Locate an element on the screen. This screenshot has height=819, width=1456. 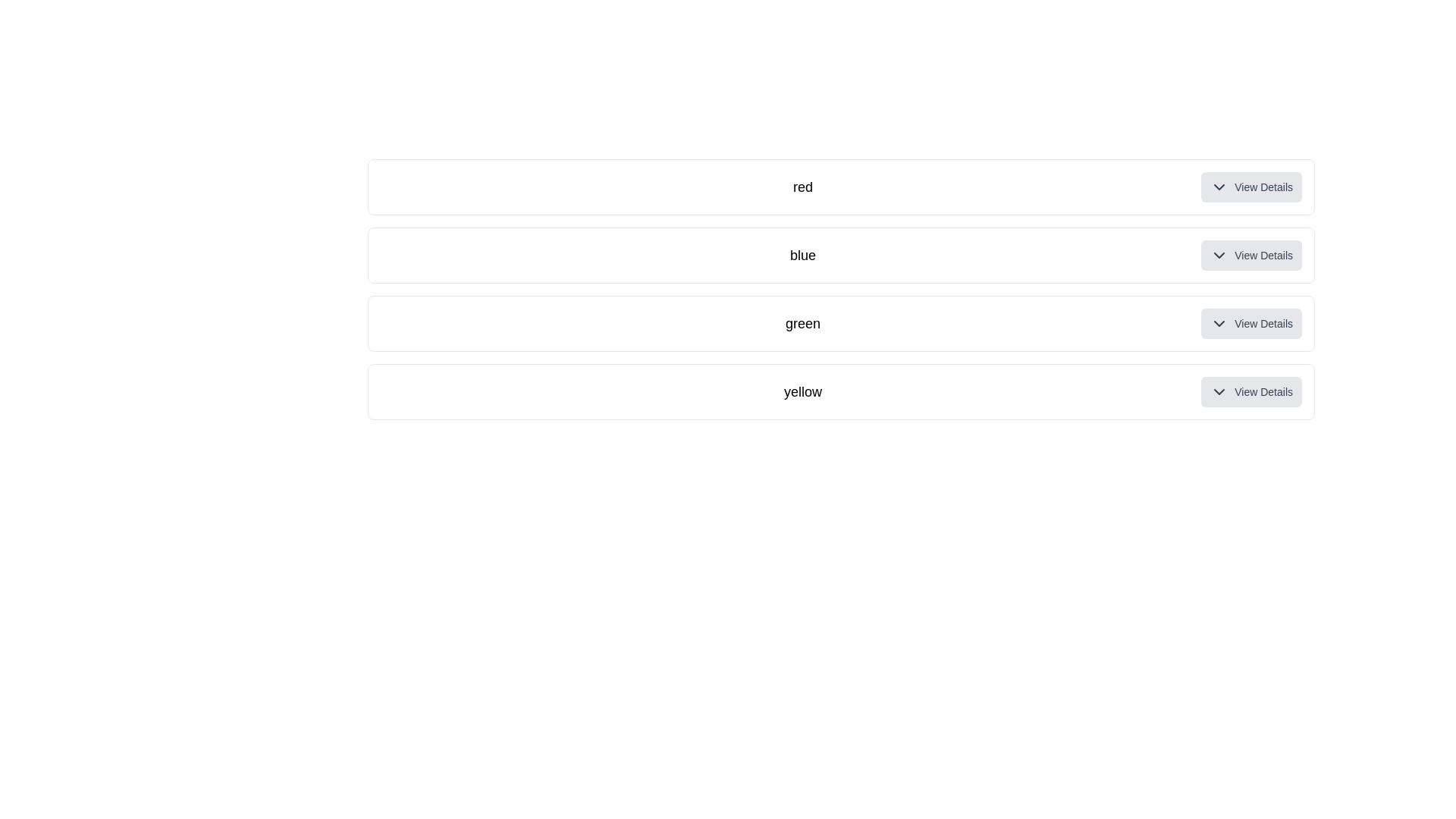
the chevron-down dropdown indicator icon located to the left of the 'View Details' text in the third row of the list is located at coordinates (1219, 323).